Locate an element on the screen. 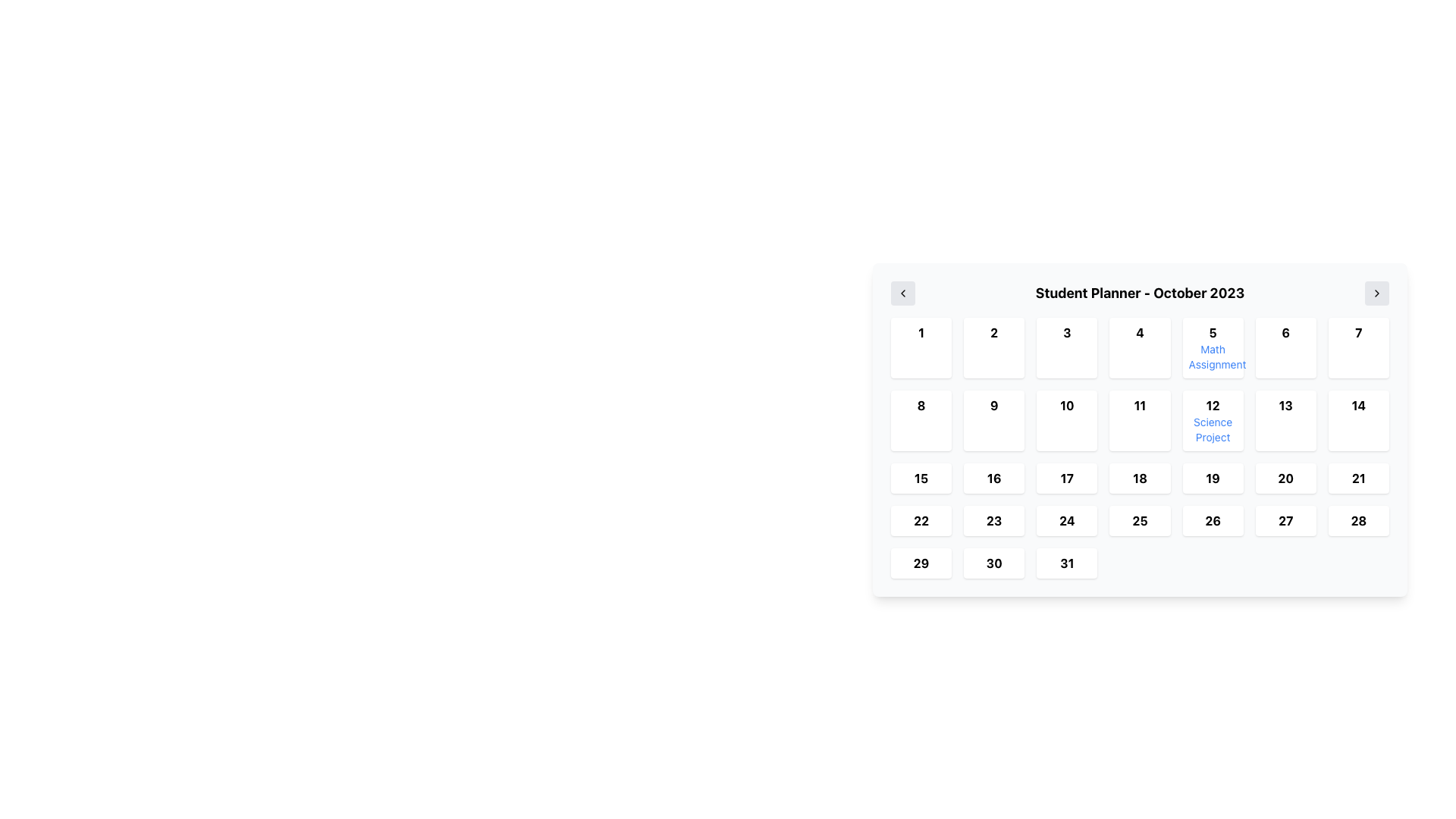  the calendar date cell representing the date '22' in the student planner interface is located at coordinates (920, 519).